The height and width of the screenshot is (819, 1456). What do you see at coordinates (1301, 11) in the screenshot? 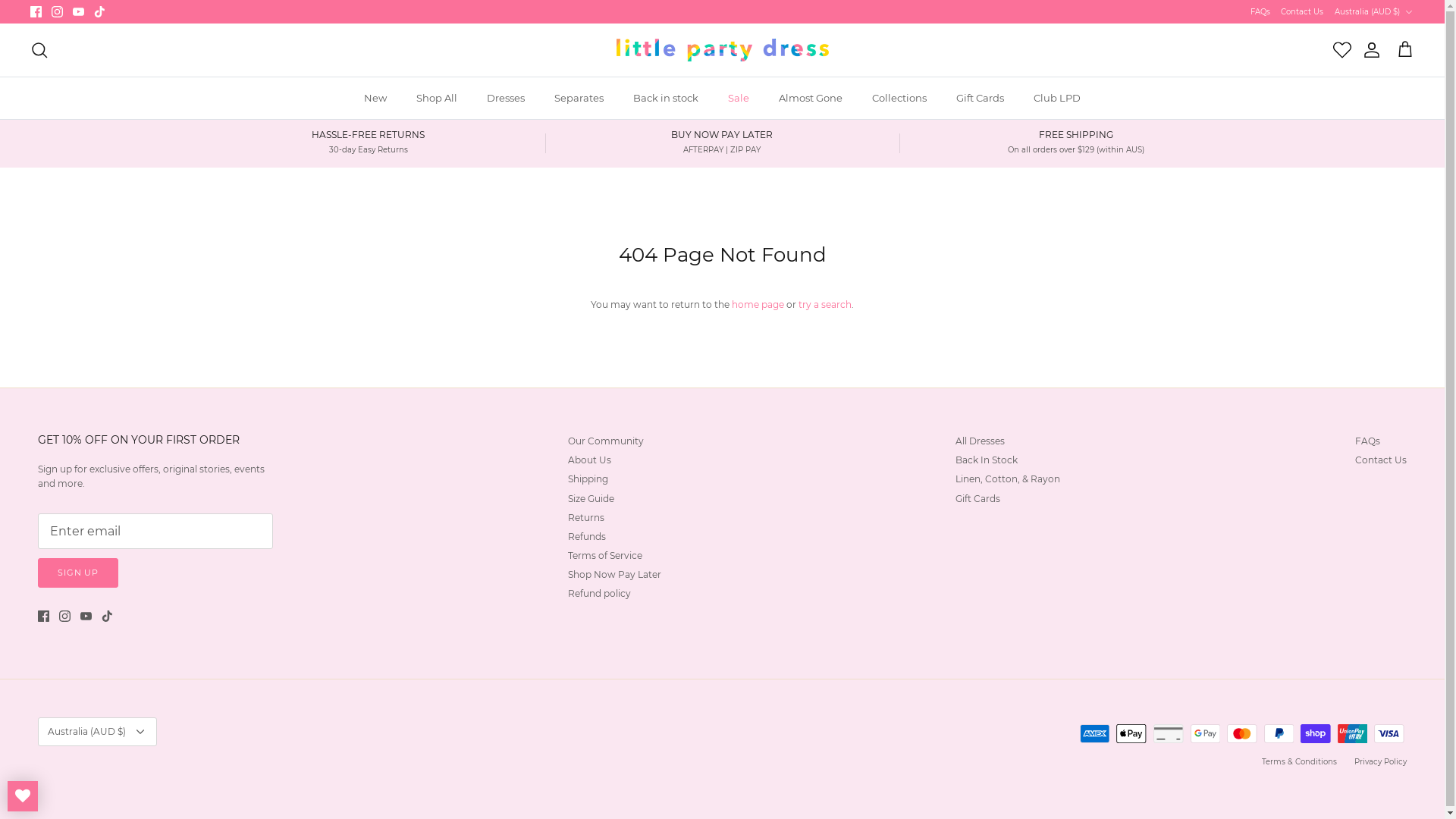
I see `'Contact Us'` at bounding box center [1301, 11].